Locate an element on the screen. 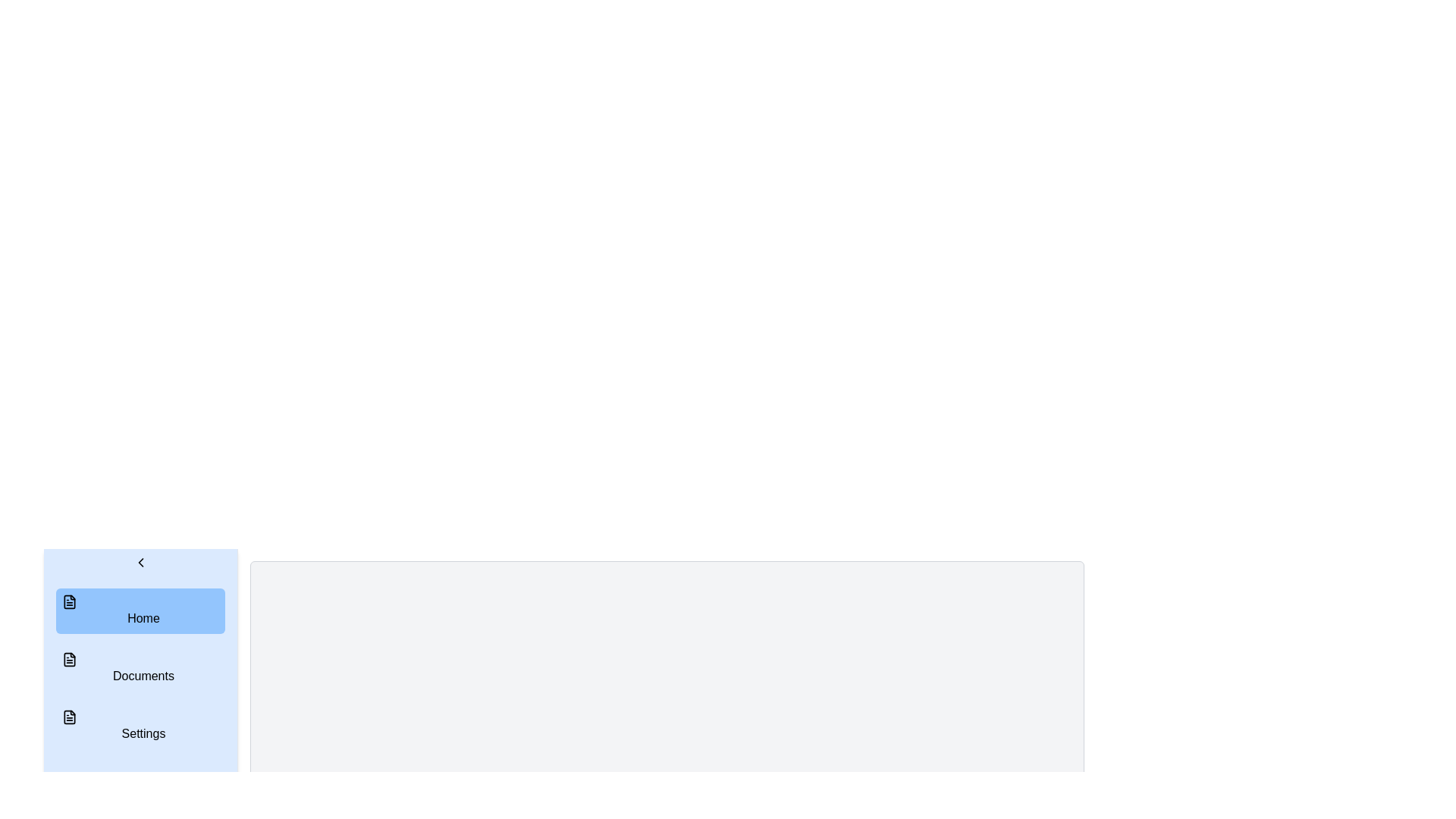  the 'Home' text label in the vertical navigation menu, which is located to the right of the icon within a rounded rectangular button group is located at coordinates (143, 618).